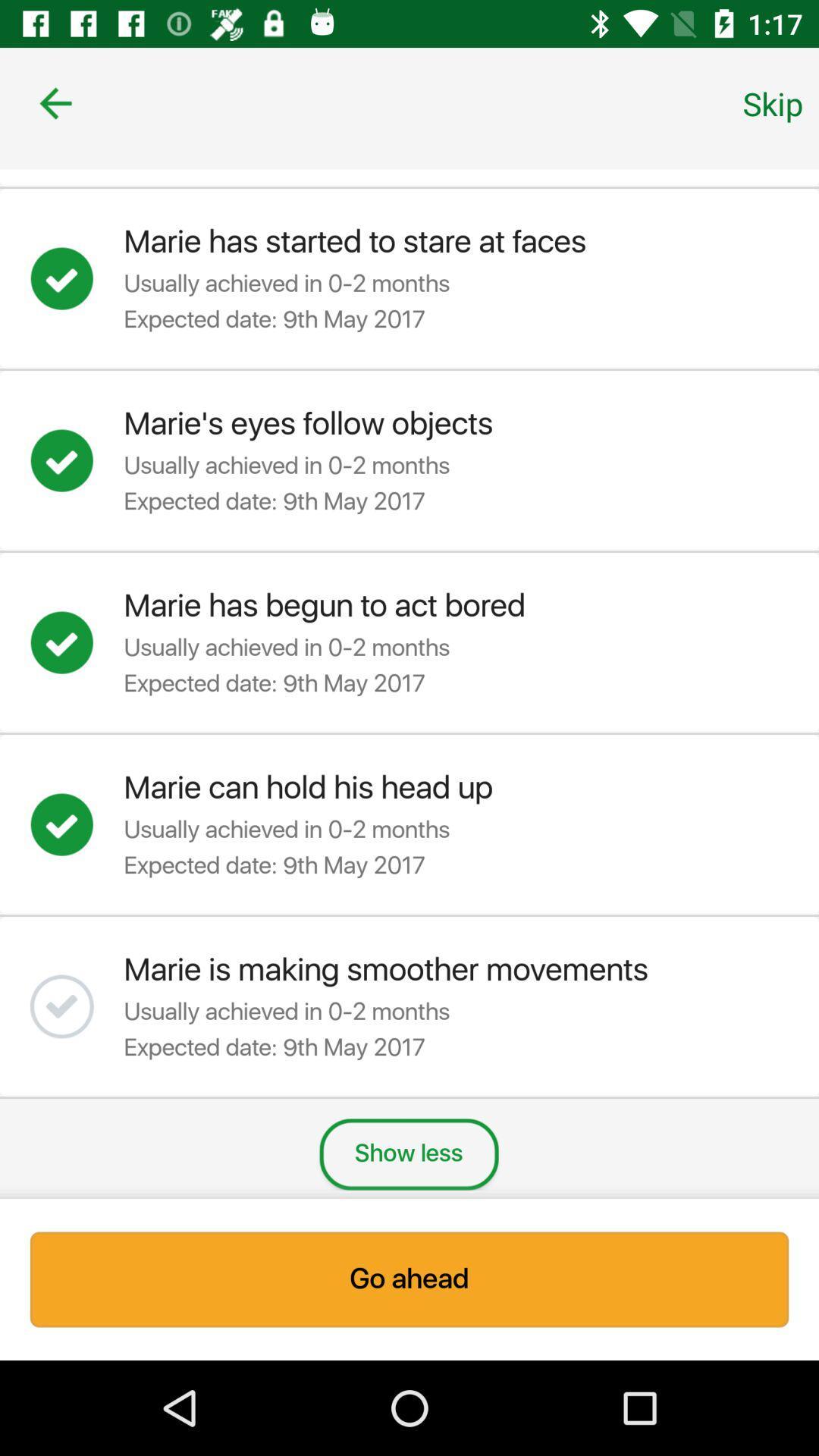 The image size is (819, 1456). Describe the element at coordinates (408, 1153) in the screenshot. I see `show less` at that location.